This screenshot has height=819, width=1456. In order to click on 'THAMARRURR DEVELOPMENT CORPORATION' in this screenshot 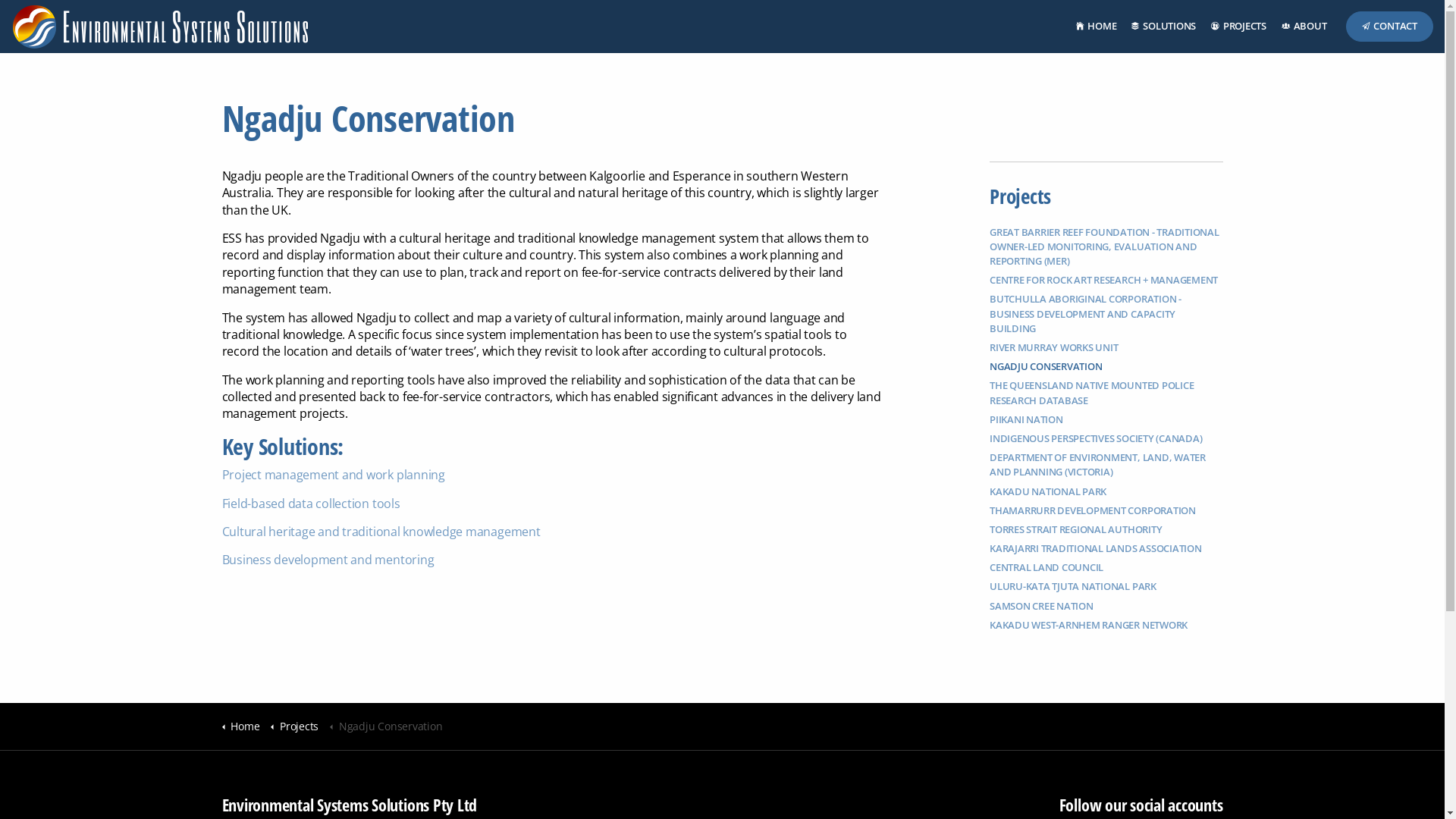, I will do `click(1106, 510)`.